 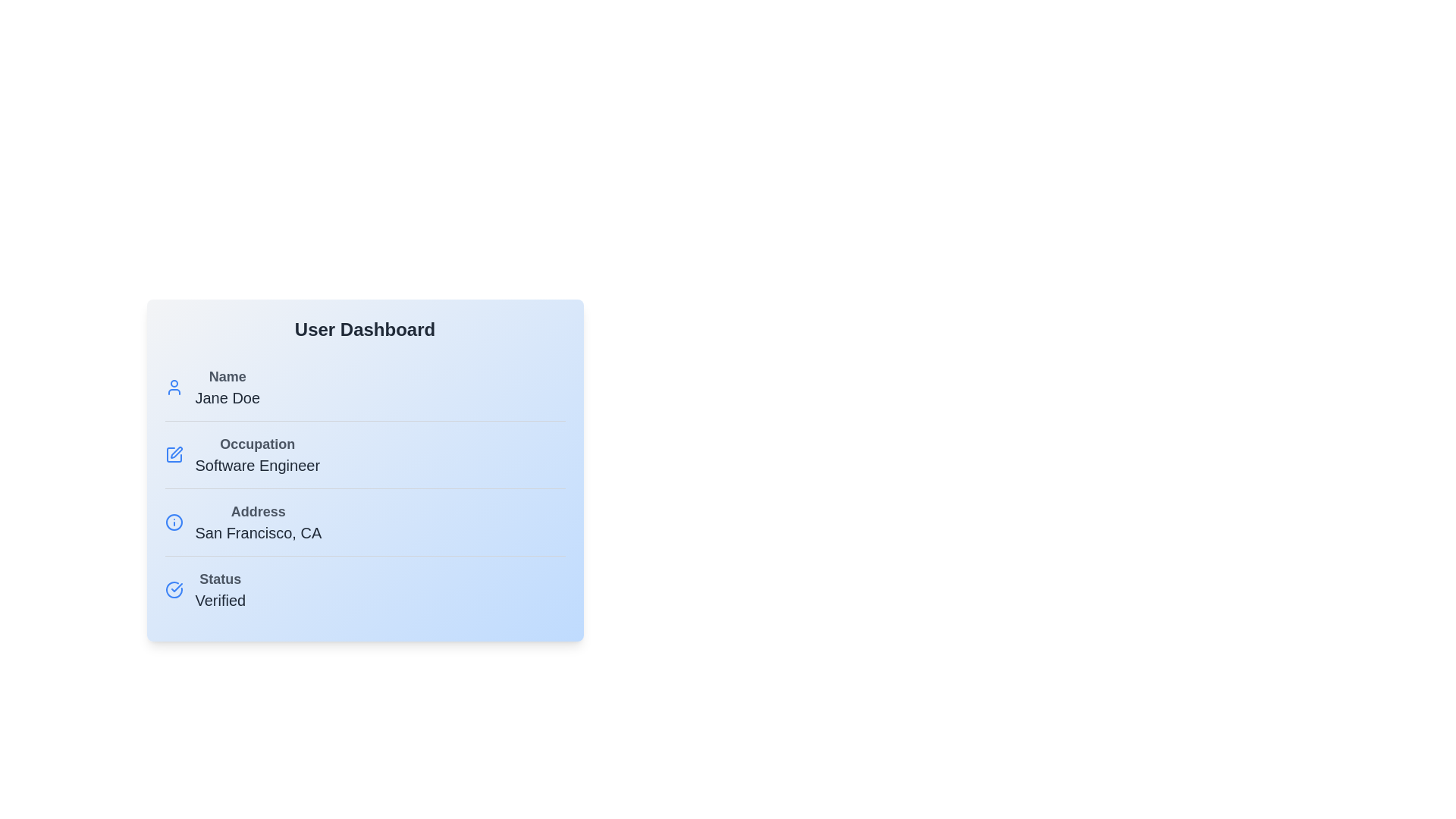 I want to click on address information displayed in the Text Display located in the third row of the left-aligned section of the user dashboard, positioned between 'Occupation Software Engineer' and 'Status Verified', so click(x=258, y=522).